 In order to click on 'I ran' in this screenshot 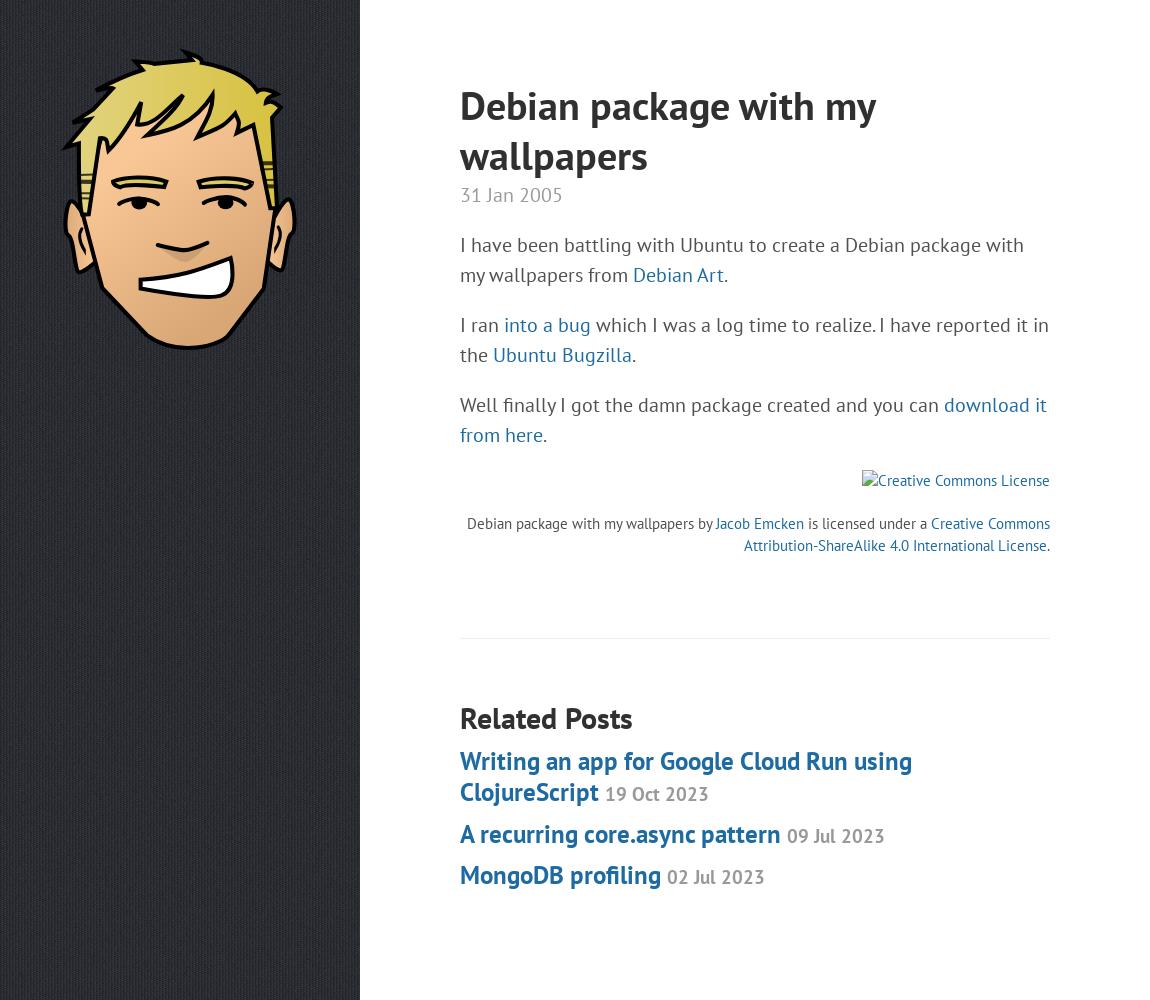, I will do `click(481, 324)`.